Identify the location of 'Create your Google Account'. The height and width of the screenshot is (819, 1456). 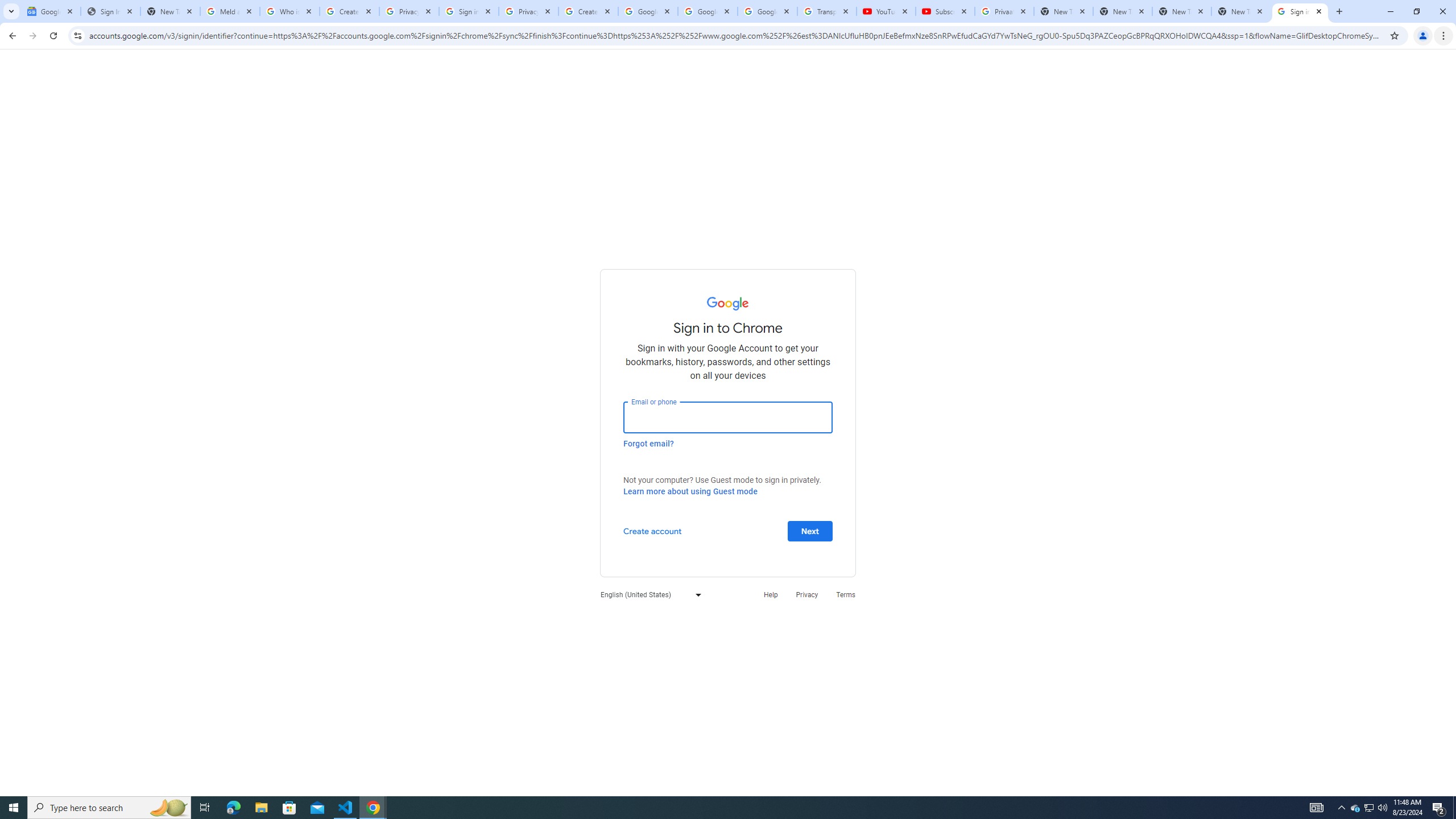
(588, 11).